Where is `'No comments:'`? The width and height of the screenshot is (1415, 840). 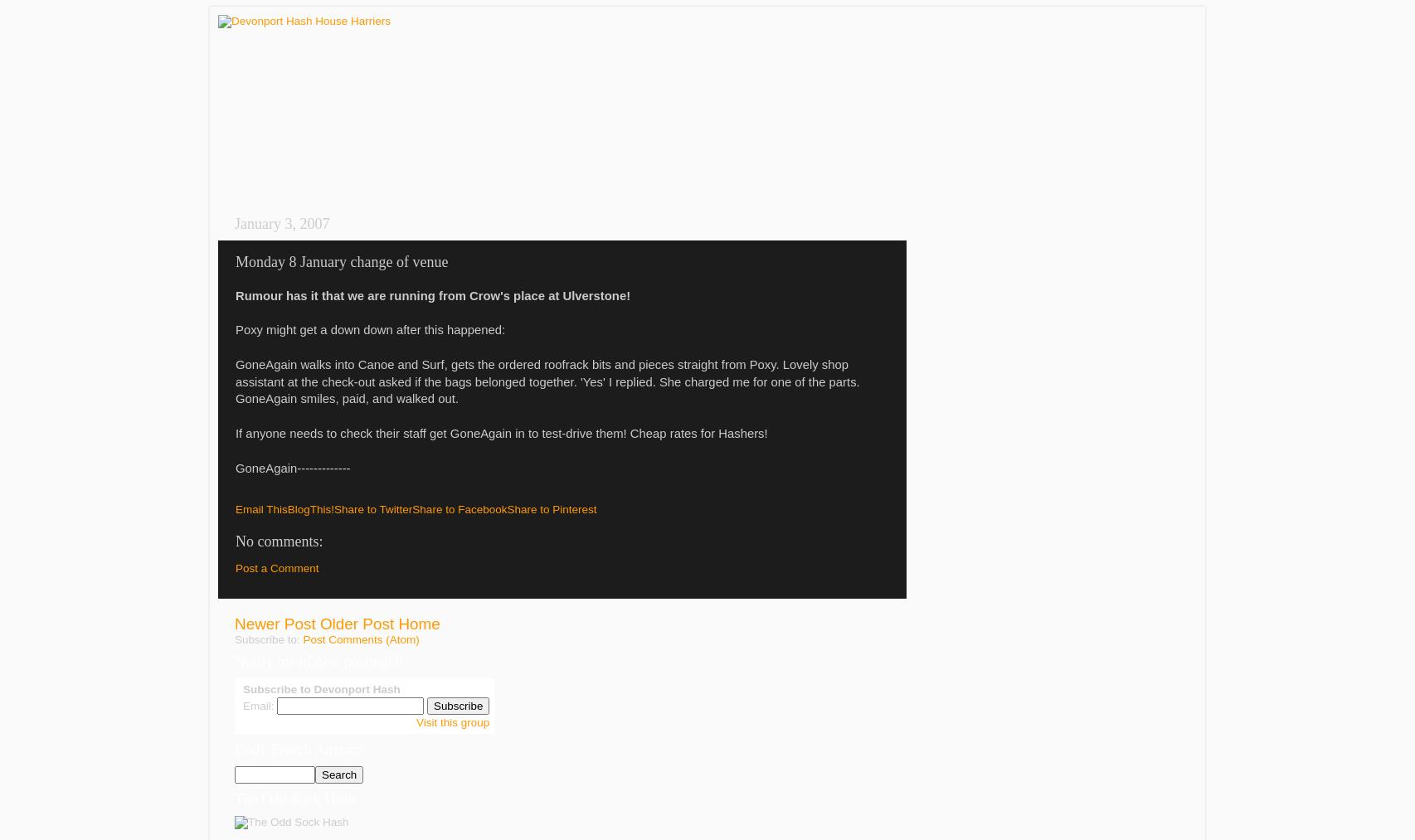 'No comments:' is located at coordinates (236, 540).